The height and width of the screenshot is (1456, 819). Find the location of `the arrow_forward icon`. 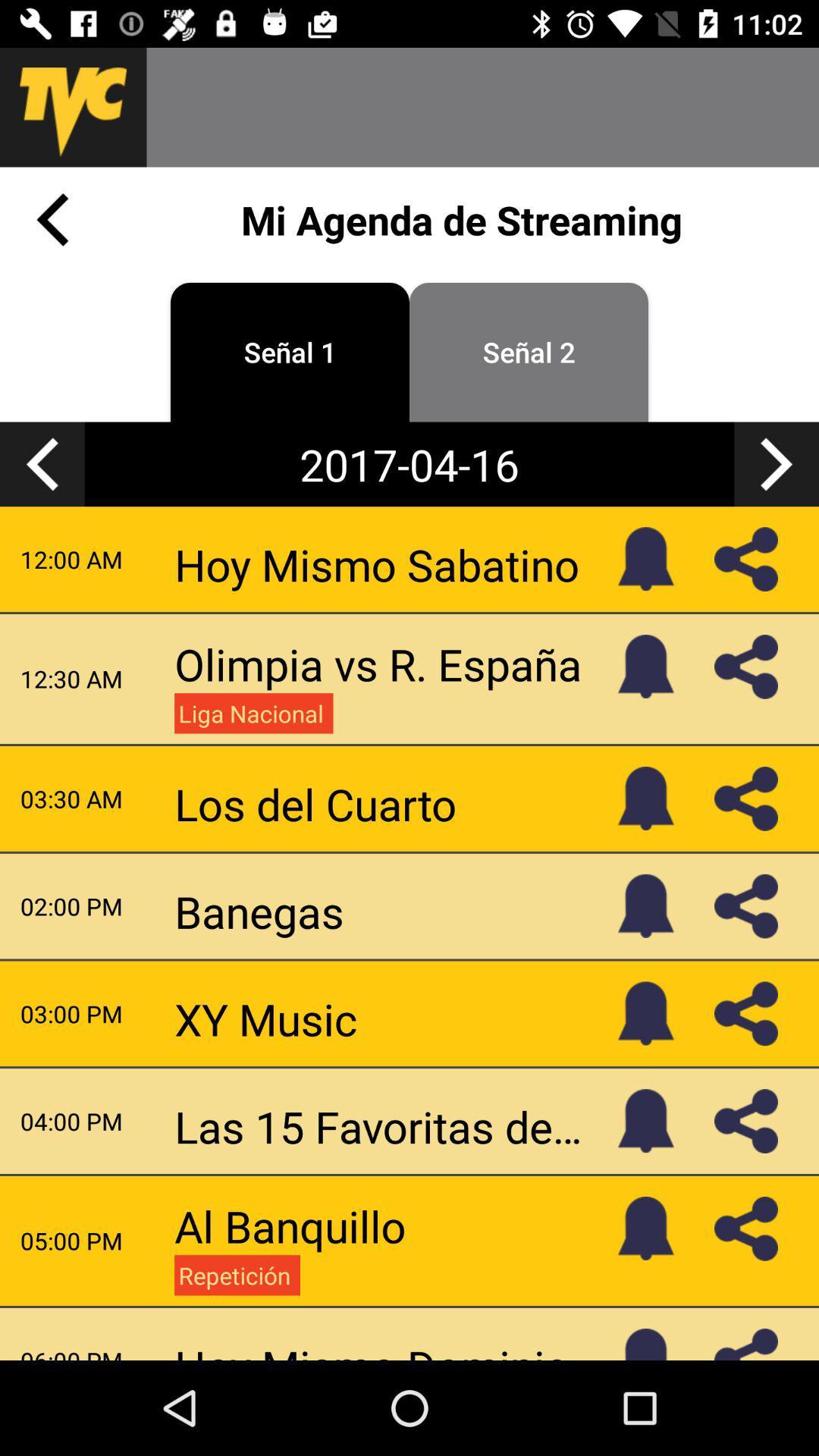

the arrow_forward icon is located at coordinates (777, 463).